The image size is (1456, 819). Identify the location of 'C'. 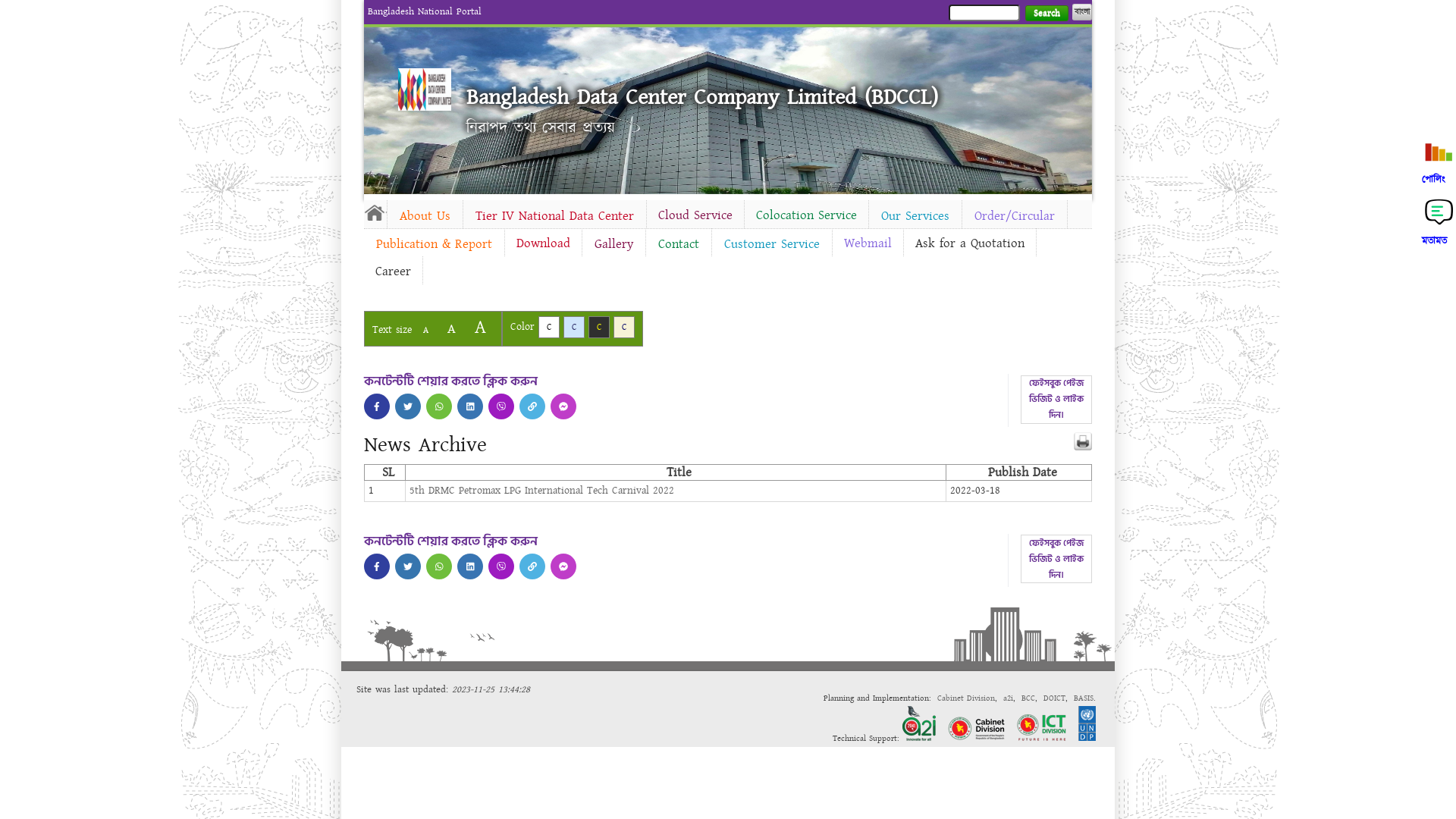
(598, 326).